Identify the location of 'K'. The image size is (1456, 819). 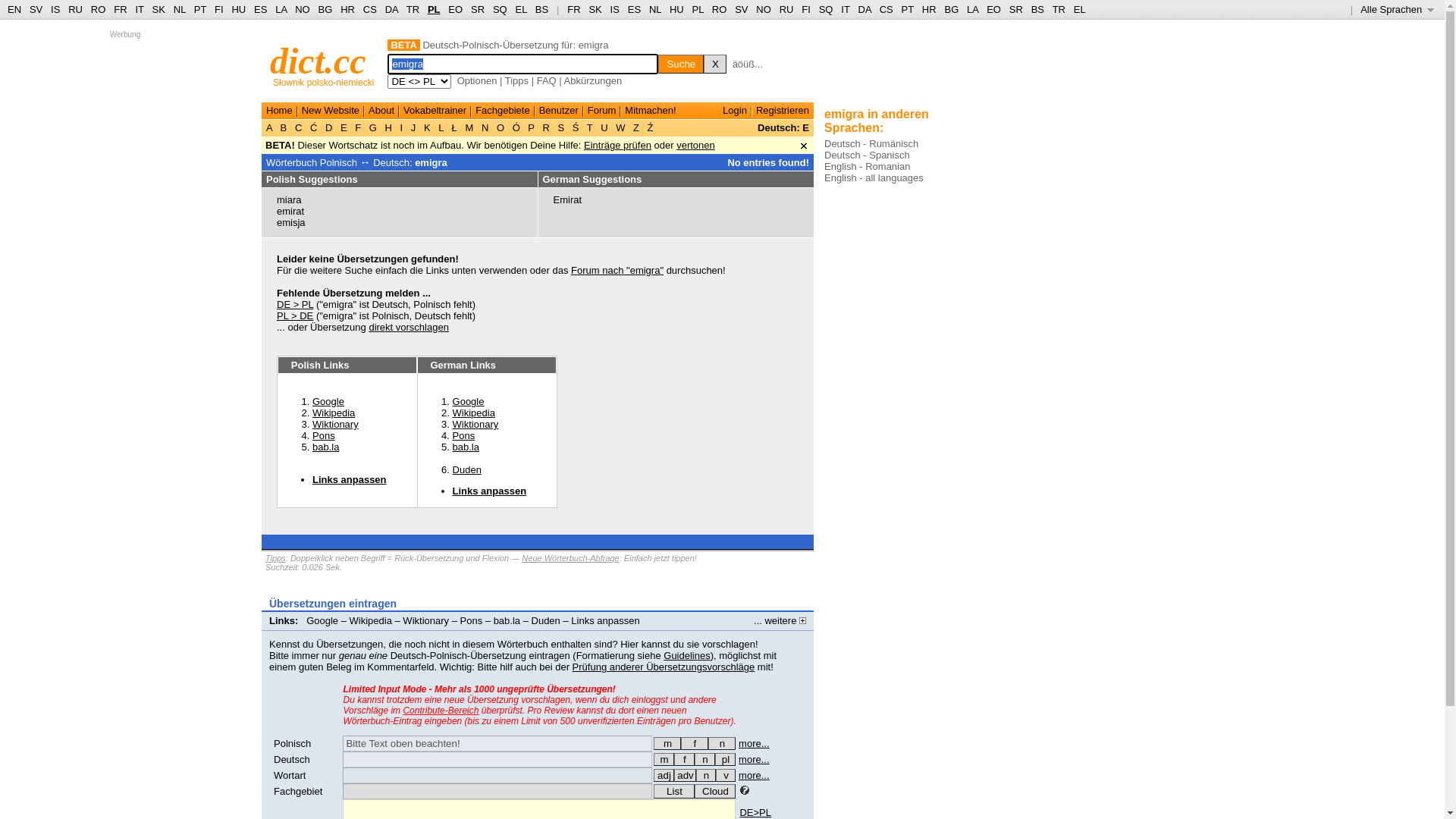
(425, 127).